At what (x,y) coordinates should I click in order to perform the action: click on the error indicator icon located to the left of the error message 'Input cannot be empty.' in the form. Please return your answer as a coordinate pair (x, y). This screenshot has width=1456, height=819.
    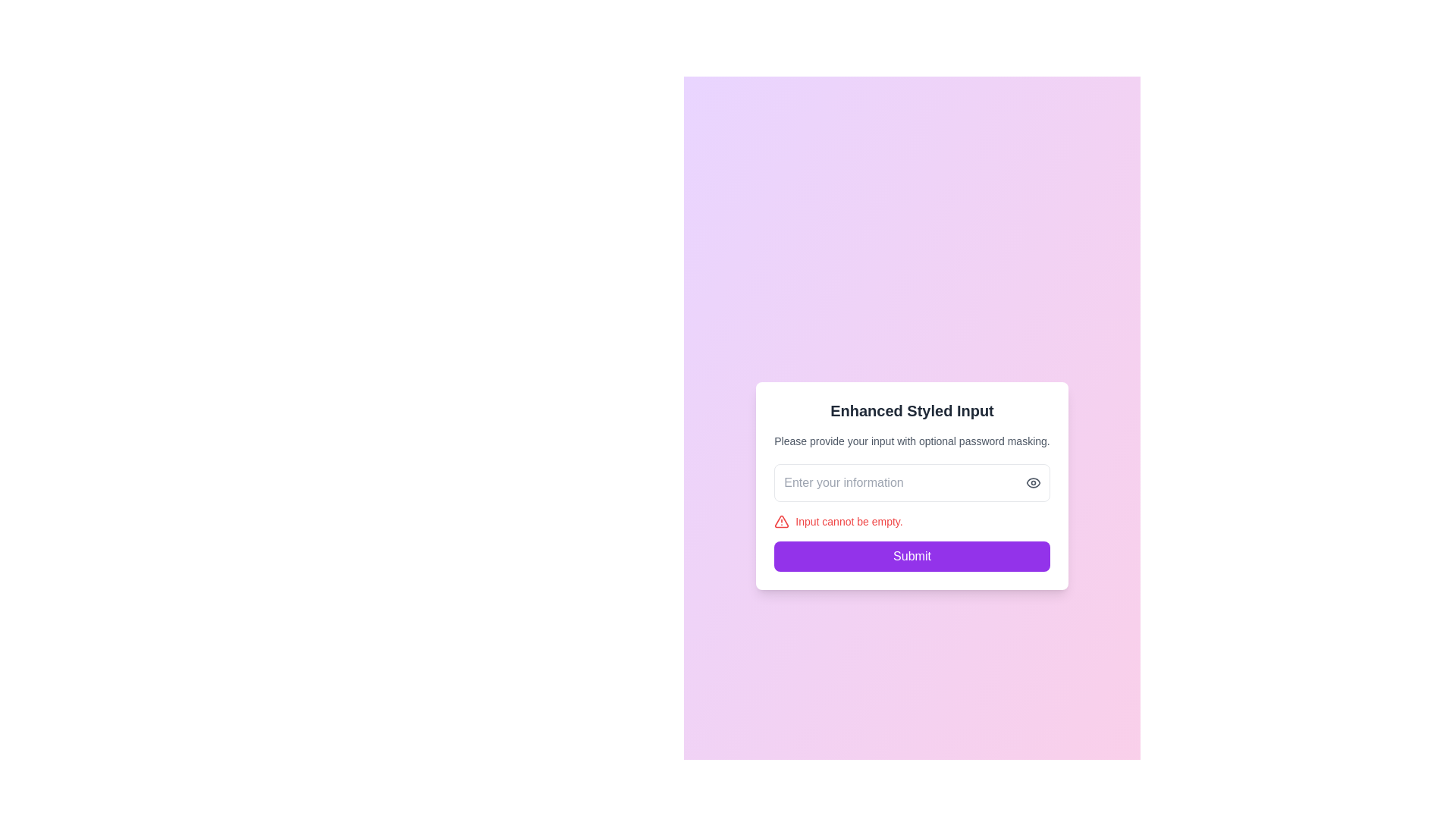
    Looking at the image, I should click on (782, 520).